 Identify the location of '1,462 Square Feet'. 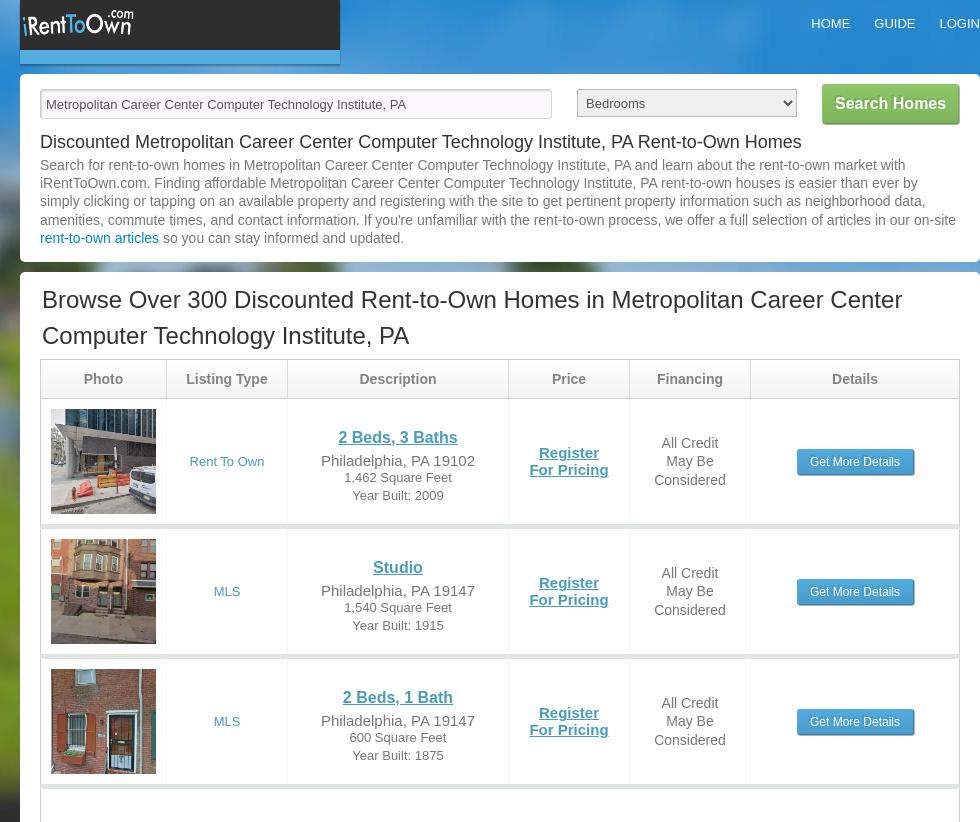
(397, 476).